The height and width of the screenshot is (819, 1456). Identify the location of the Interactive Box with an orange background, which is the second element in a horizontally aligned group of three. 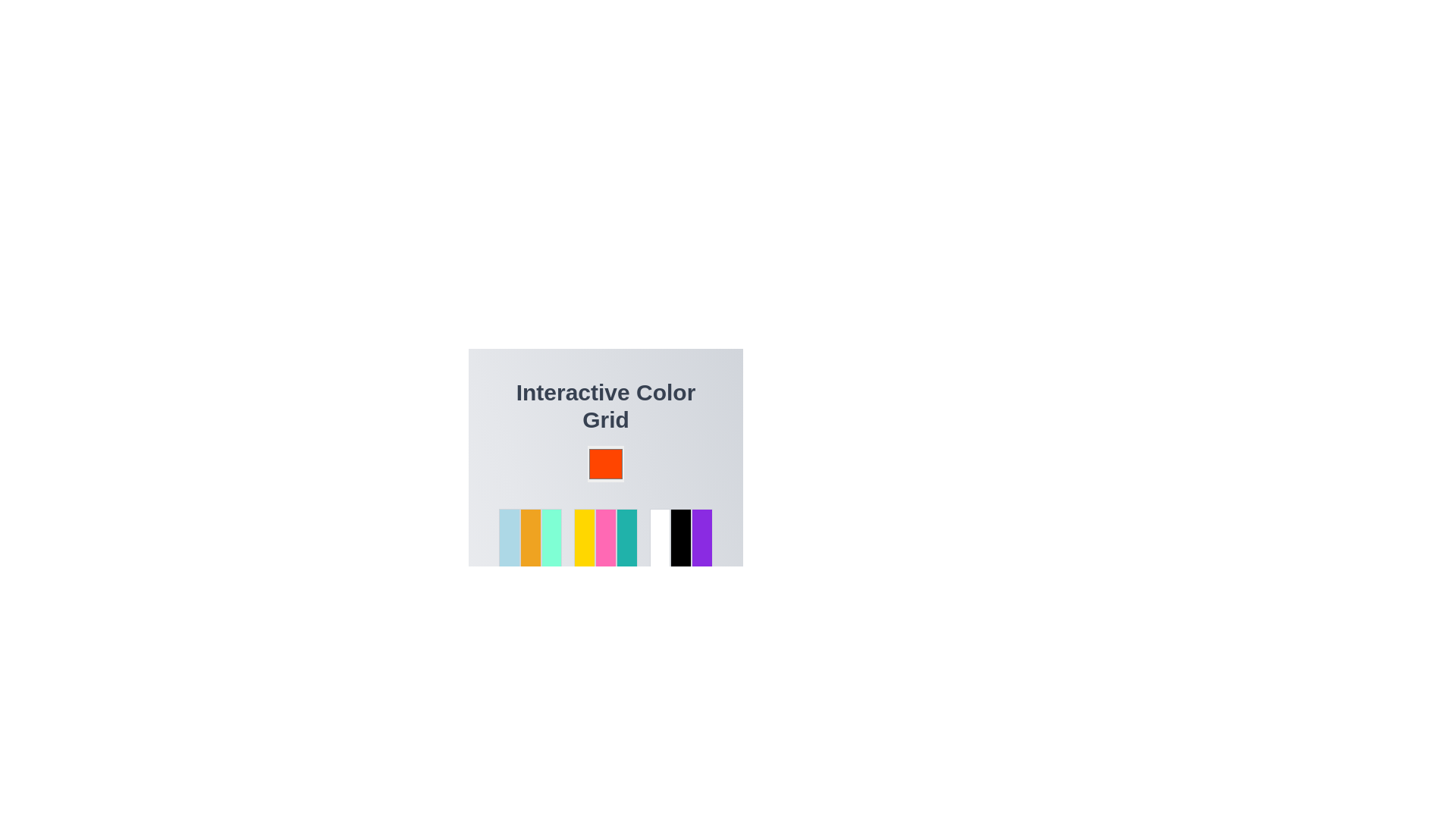
(530, 538).